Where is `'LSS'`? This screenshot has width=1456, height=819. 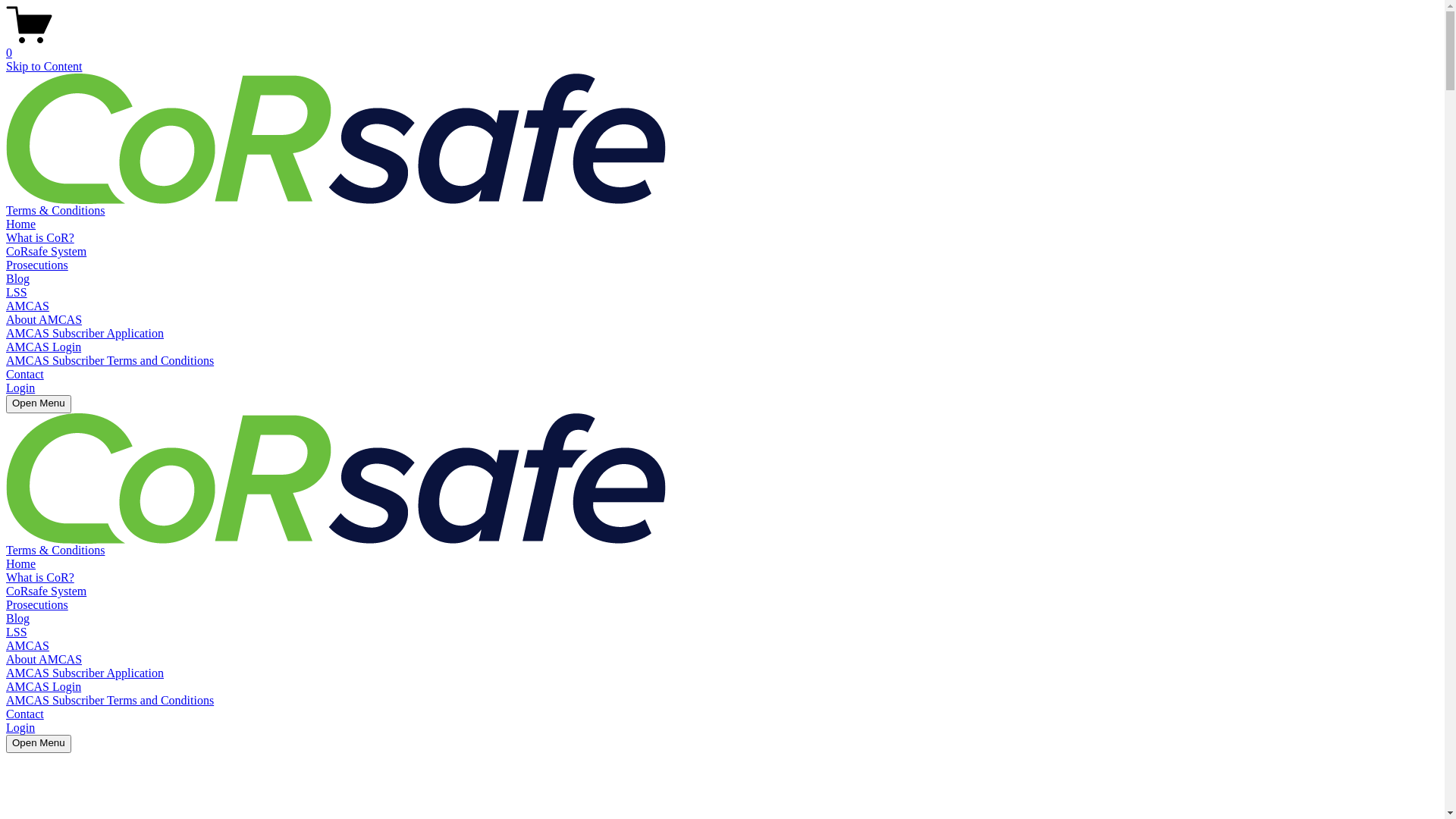 'LSS' is located at coordinates (17, 632).